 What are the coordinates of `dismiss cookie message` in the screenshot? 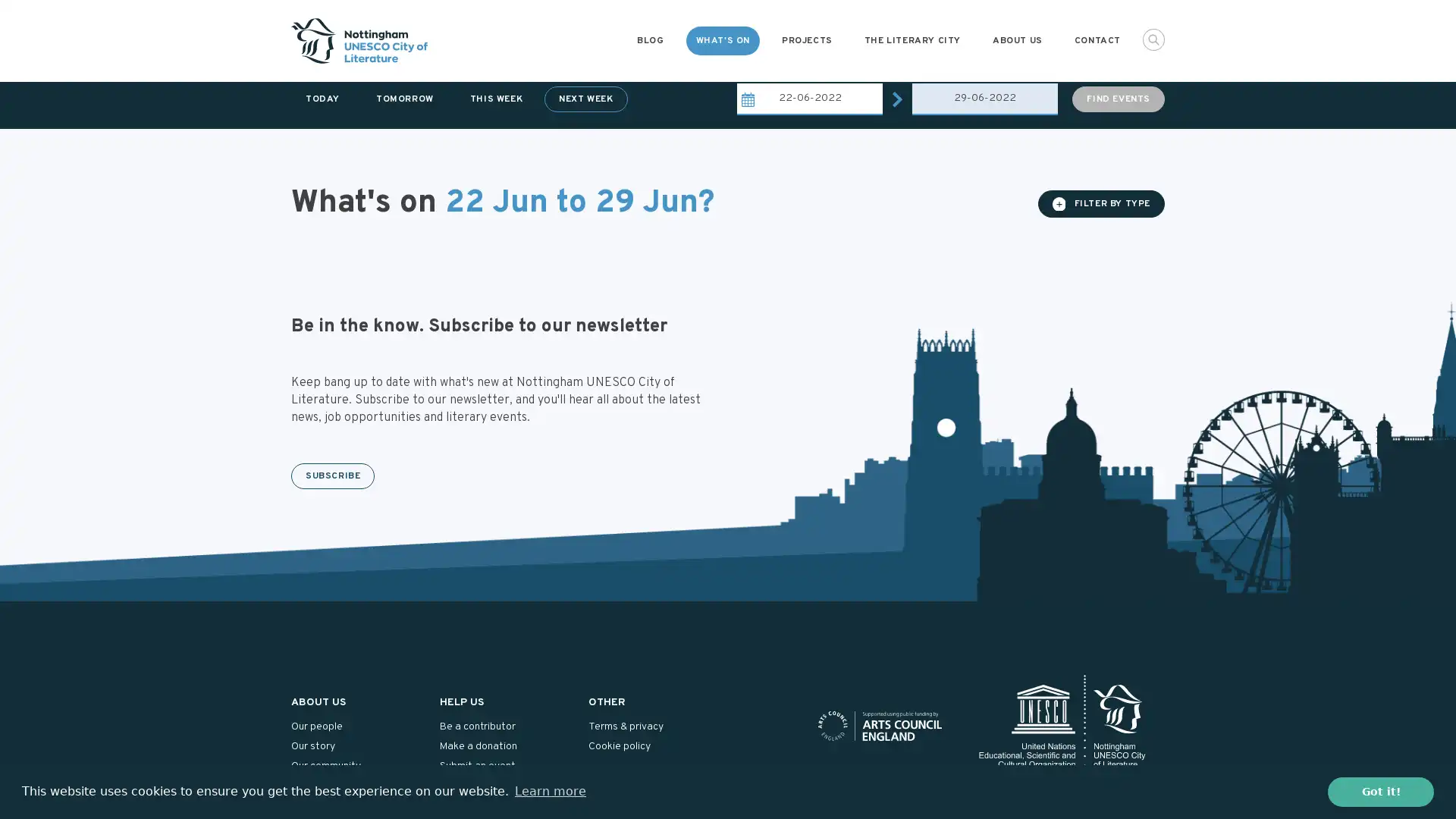 It's located at (1380, 791).